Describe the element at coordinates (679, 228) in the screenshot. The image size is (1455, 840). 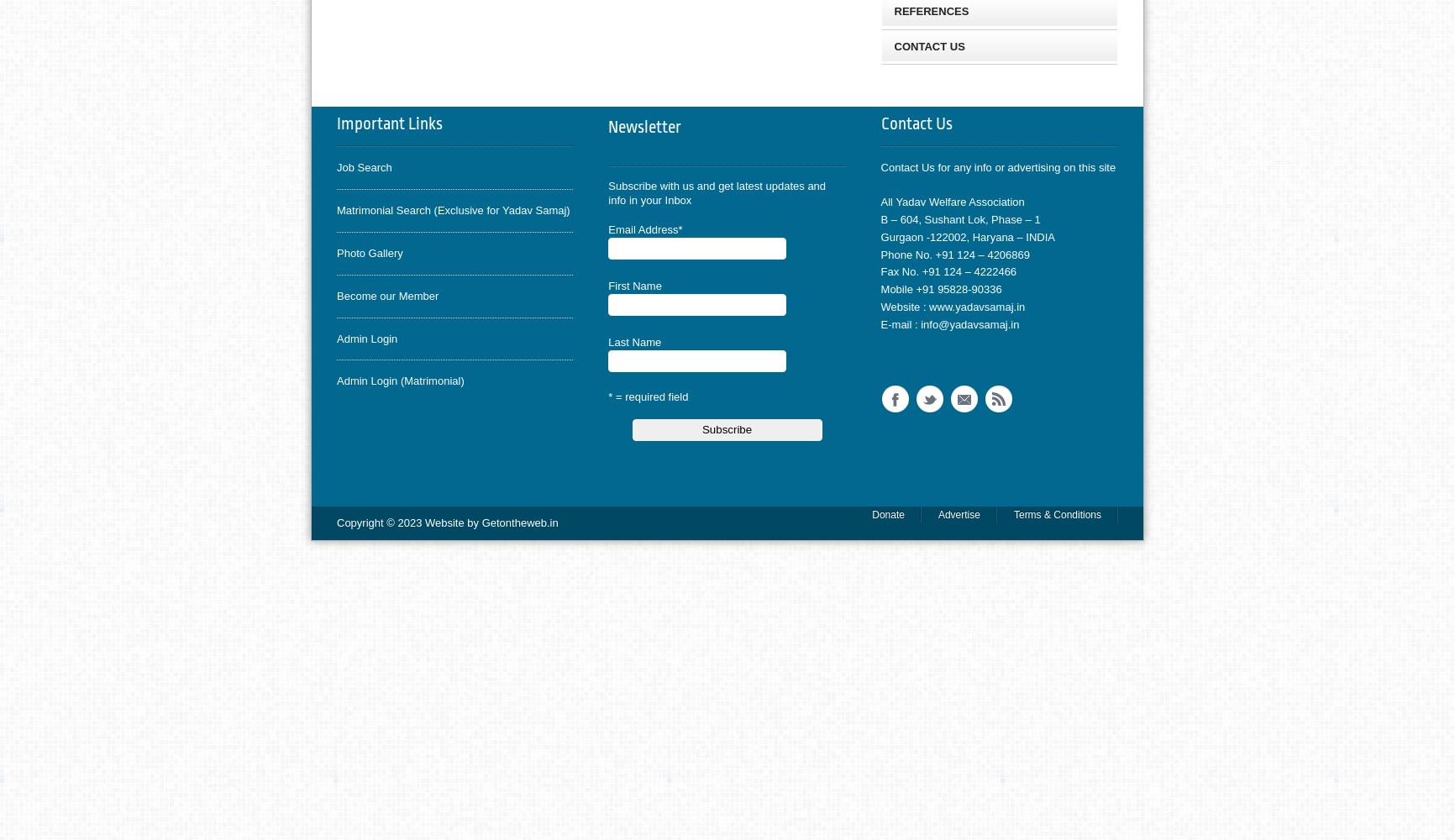
I see `'*'` at that location.